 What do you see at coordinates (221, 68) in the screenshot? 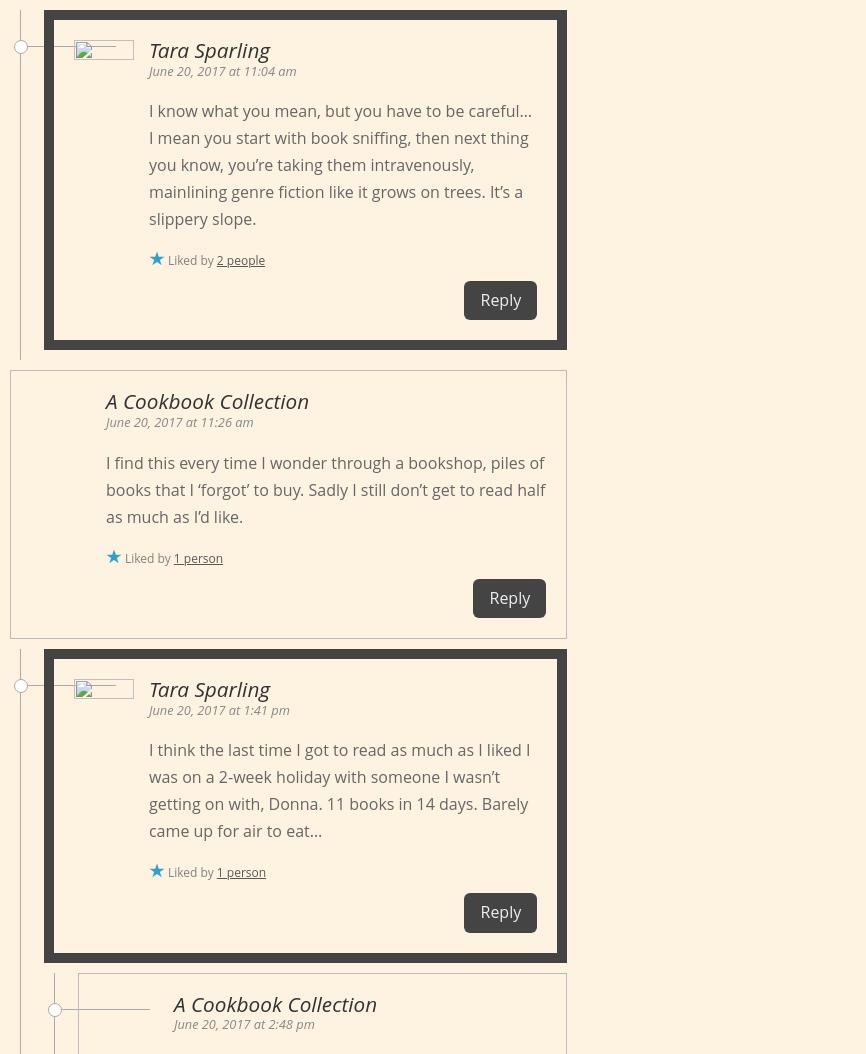
I see `'June 20, 2017 at 11:04 am'` at bounding box center [221, 68].